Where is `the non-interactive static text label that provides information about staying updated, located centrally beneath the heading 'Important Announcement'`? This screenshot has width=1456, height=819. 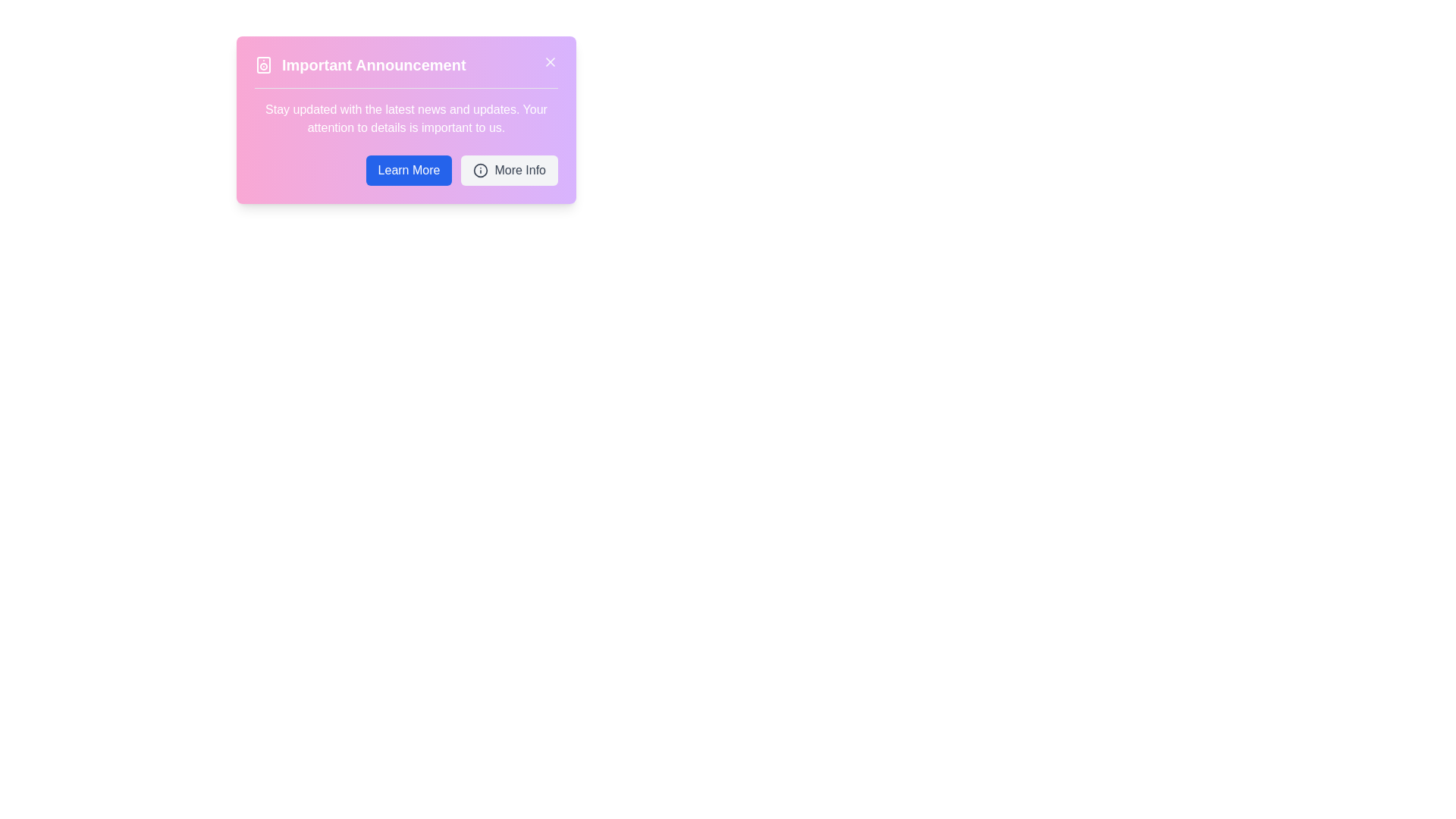
the non-interactive static text label that provides information about staying updated, located centrally beneath the heading 'Important Announcement' is located at coordinates (406, 118).